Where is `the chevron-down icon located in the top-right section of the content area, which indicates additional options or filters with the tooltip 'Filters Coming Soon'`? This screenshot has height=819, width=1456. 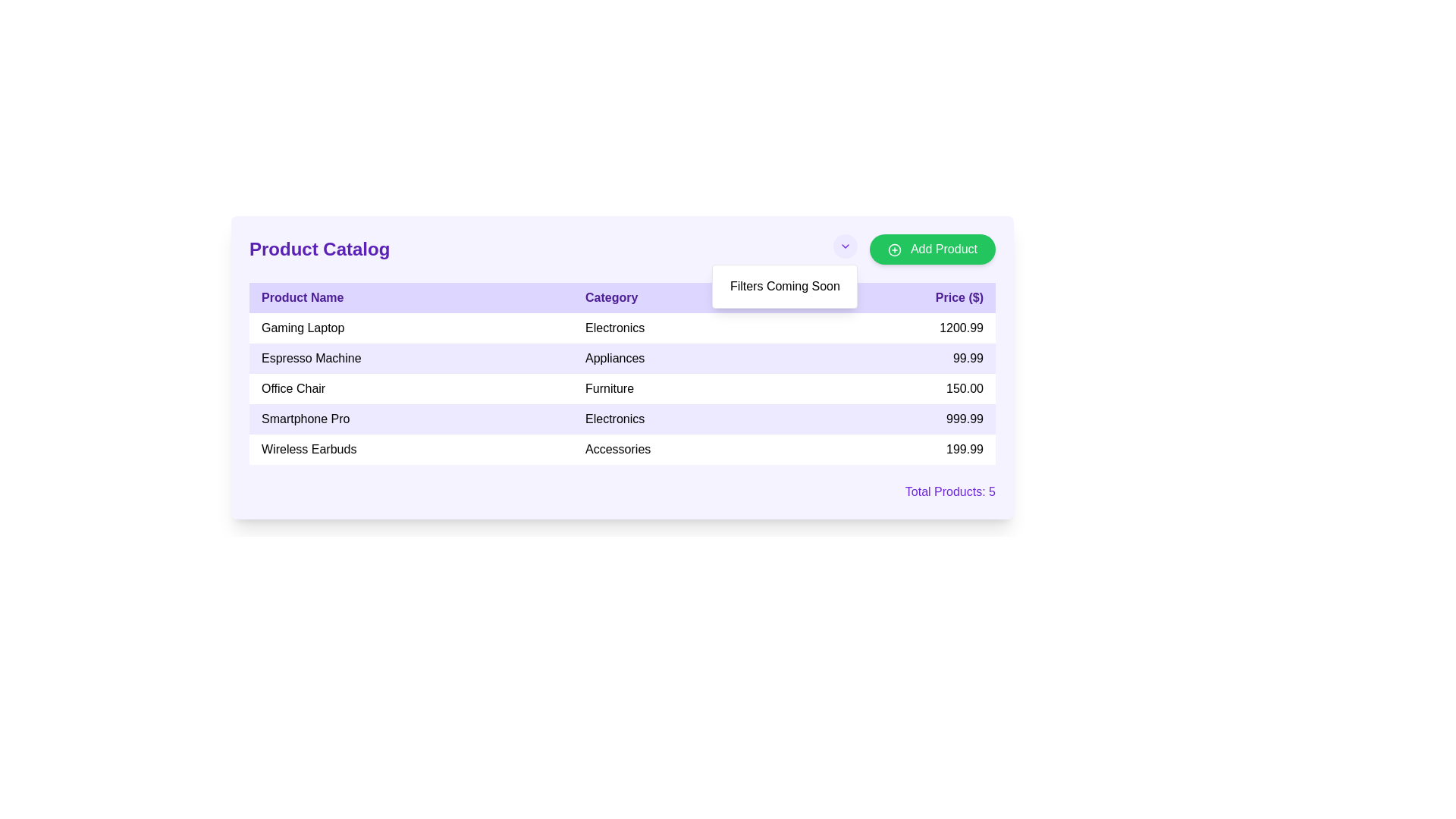 the chevron-down icon located in the top-right section of the content area, which indicates additional options or filters with the tooltip 'Filters Coming Soon' is located at coordinates (845, 248).